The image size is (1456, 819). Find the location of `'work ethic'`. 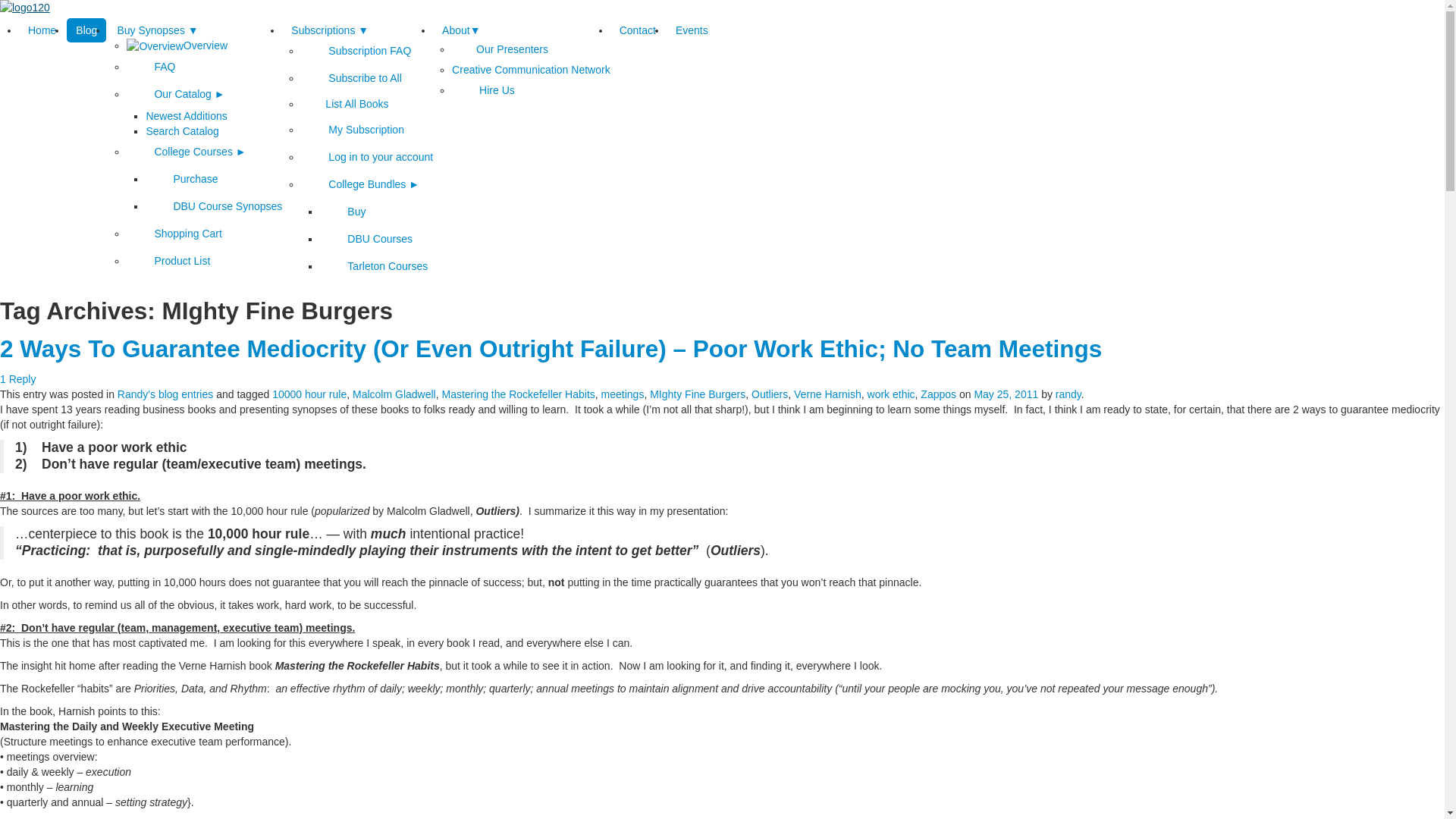

'work ethic' is located at coordinates (891, 394).